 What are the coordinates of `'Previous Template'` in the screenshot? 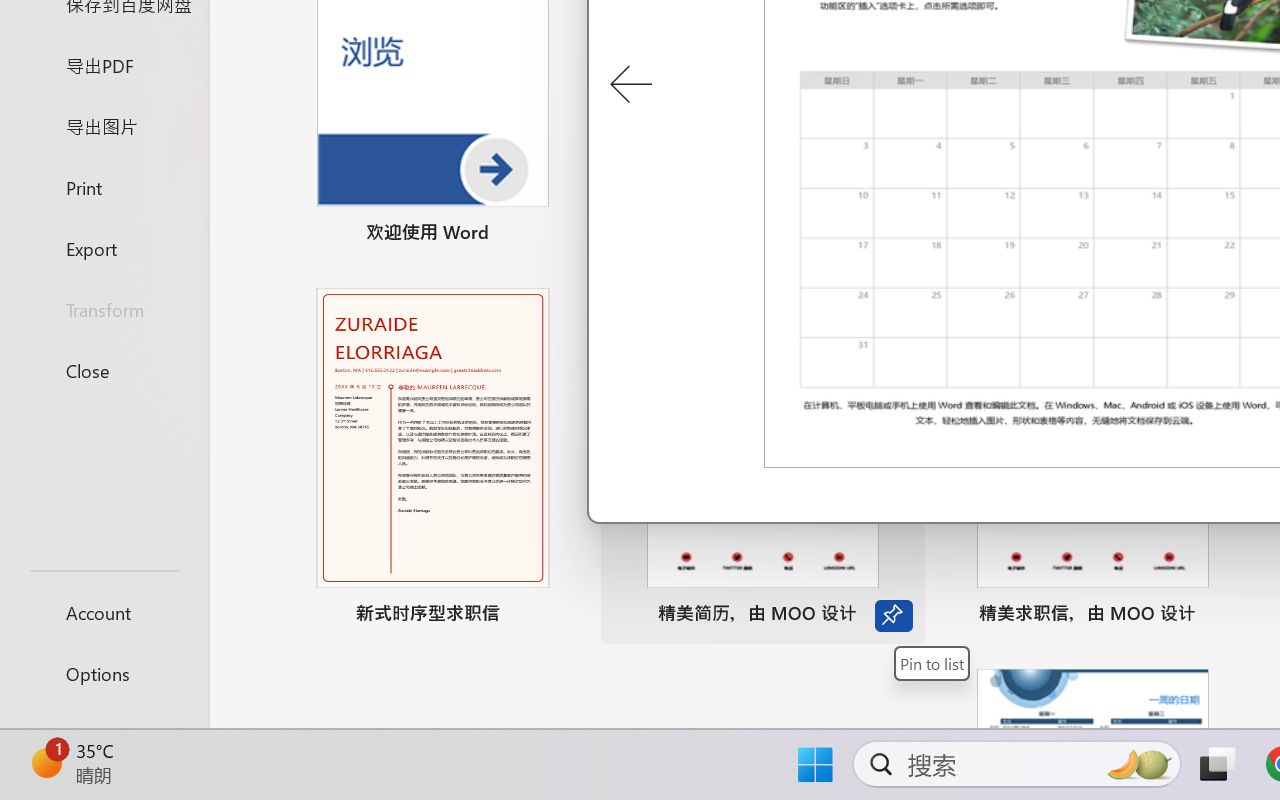 It's located at (630, 85).